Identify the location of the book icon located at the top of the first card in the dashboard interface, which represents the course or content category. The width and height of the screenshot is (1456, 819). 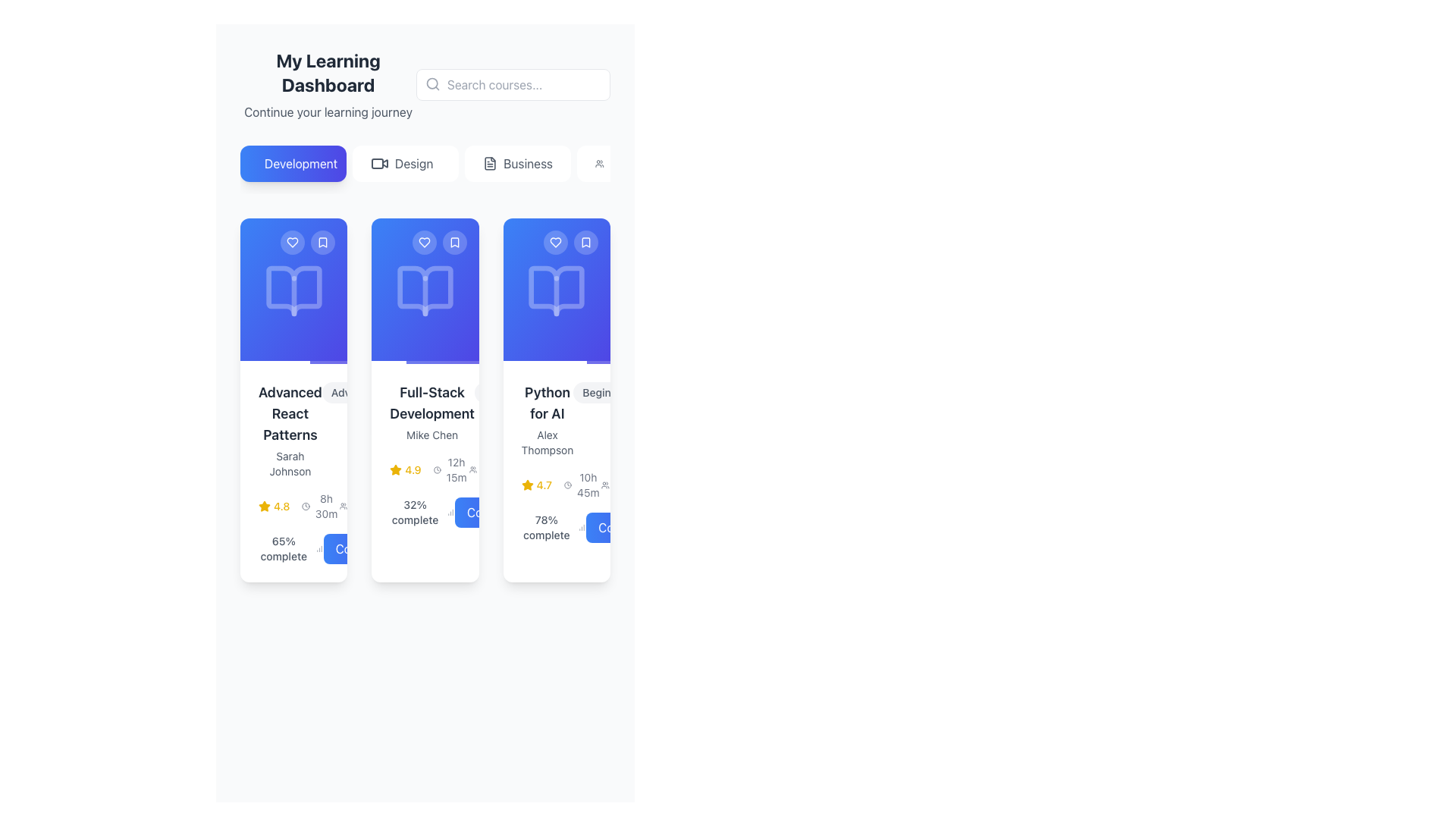
(293, 291).